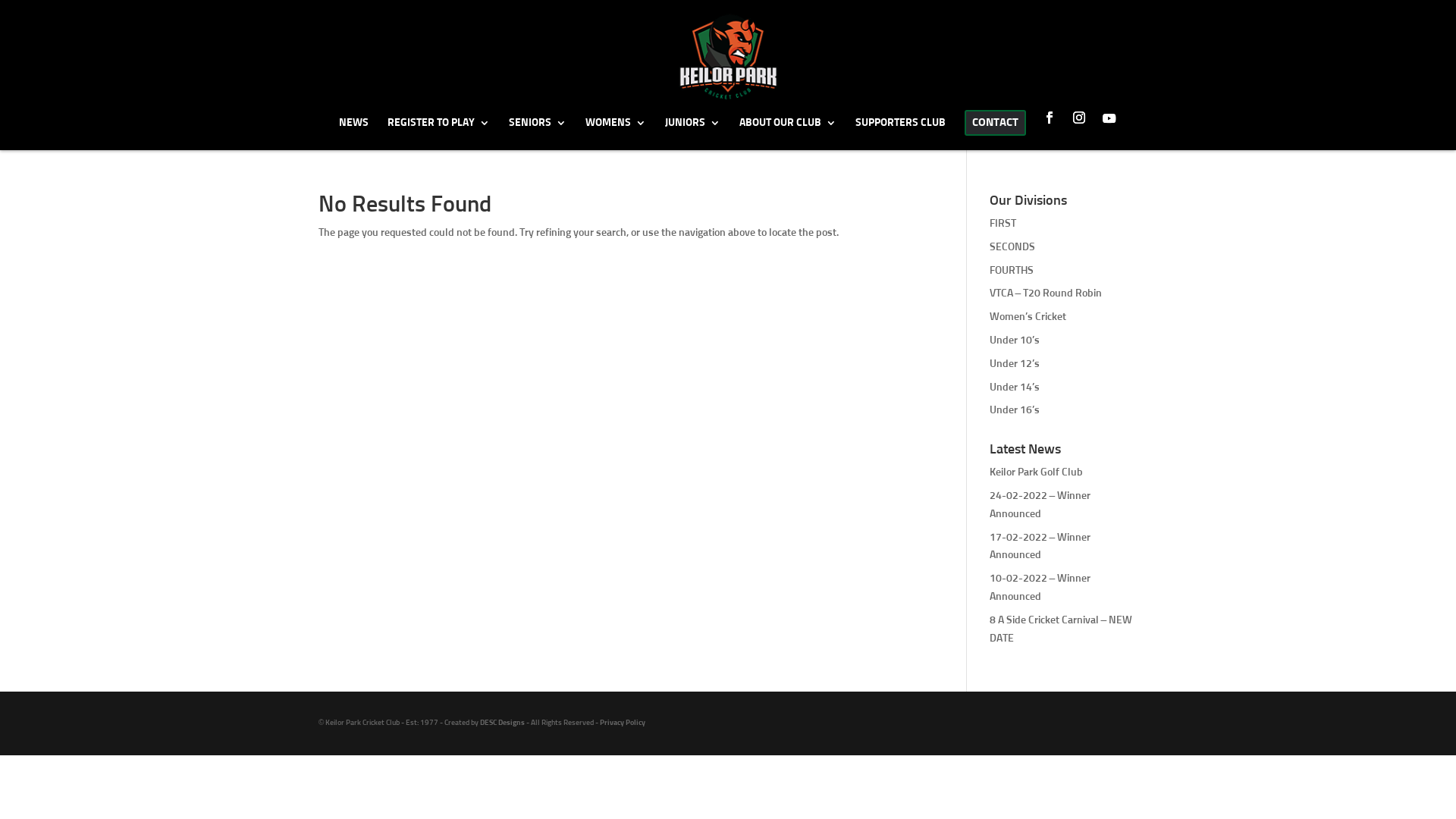 The width and height of the screenshot is (1456, 819). What do you see at coordinates (995, 129) in the screenshot?
I see `'CONTACT'` at bounding box center [995, 129].